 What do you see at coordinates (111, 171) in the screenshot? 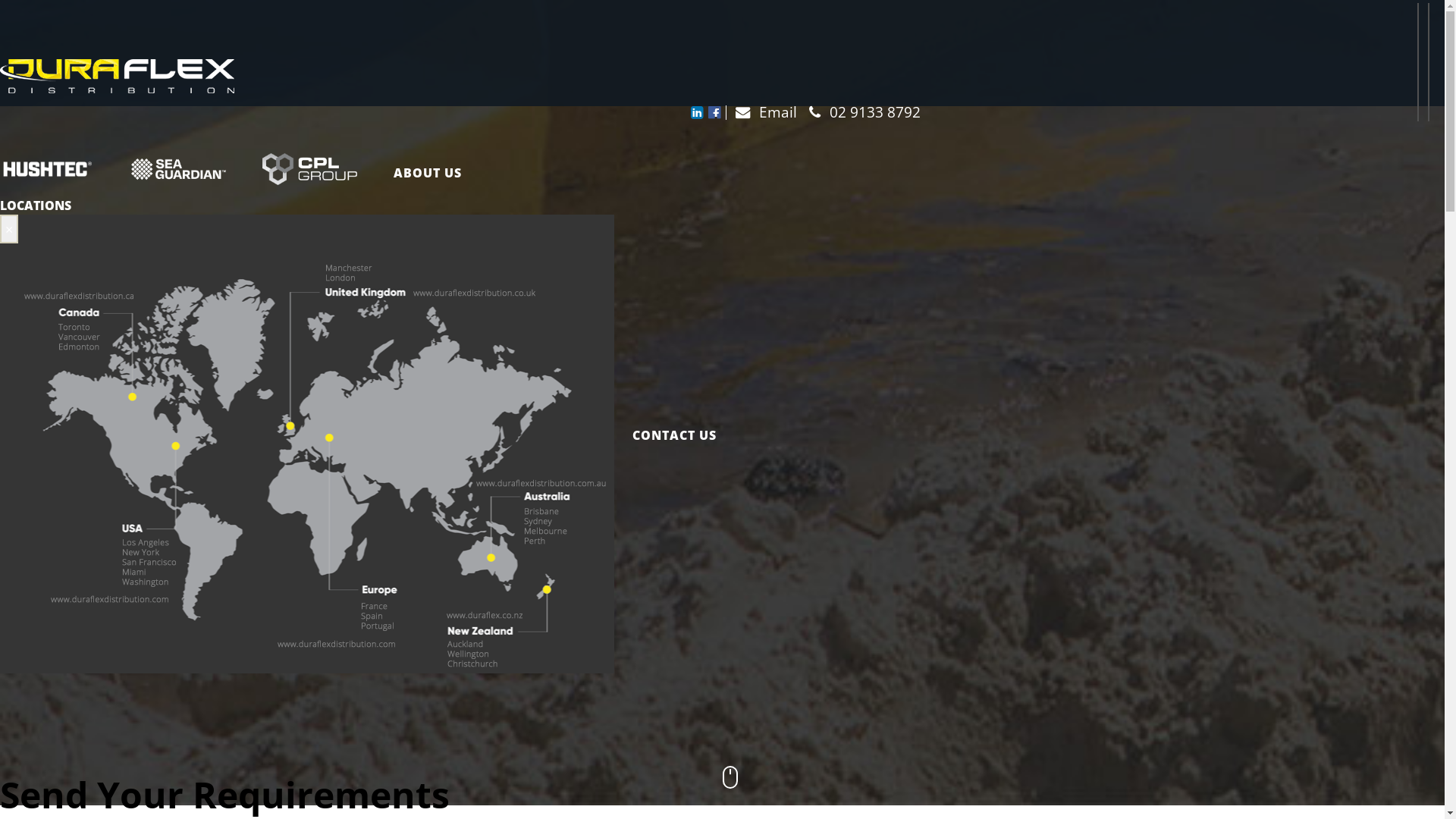
I see `'GREENTEC ENVIRONMENTAL AU'` at bounding box center [111, 171].